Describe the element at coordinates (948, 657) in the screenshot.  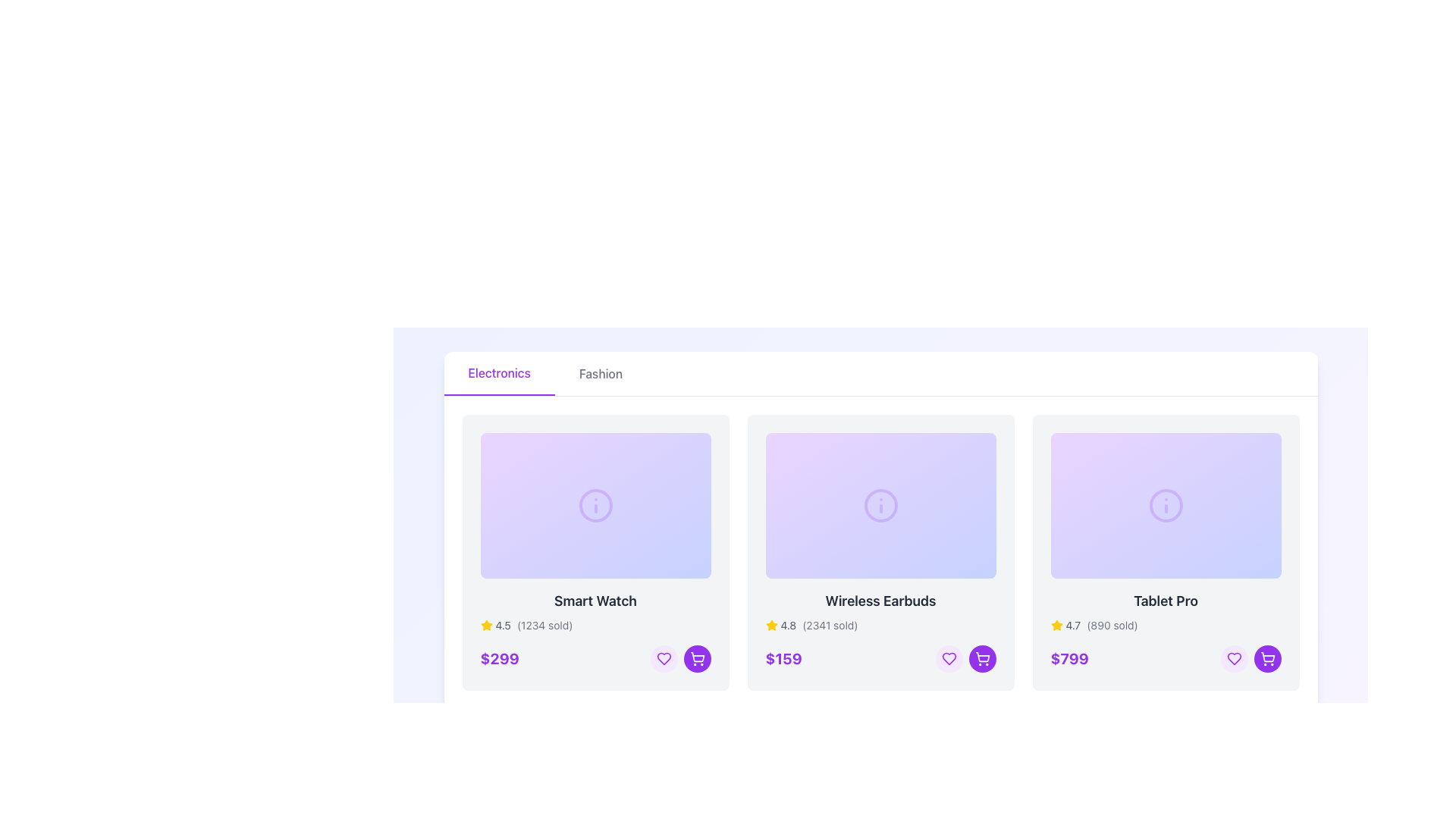
I see `the button located in the bottom-right section of the Wireless Earbuds item card` at that location.